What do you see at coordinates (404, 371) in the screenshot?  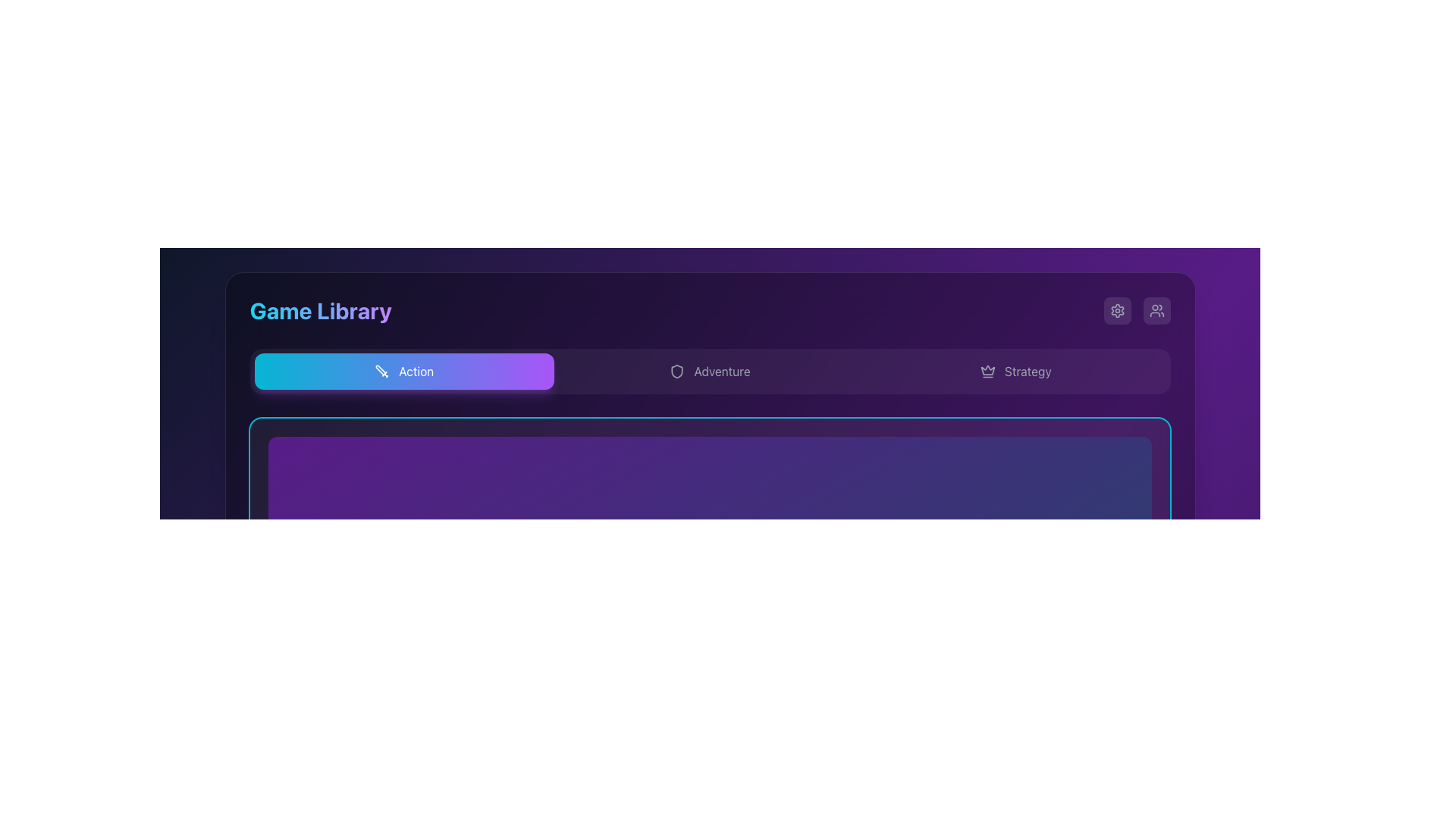 I see `the first clickable button located on the left within a horizontal list of buttons, directly under the 'Game Library' title section` at bounding box center [404, 371].